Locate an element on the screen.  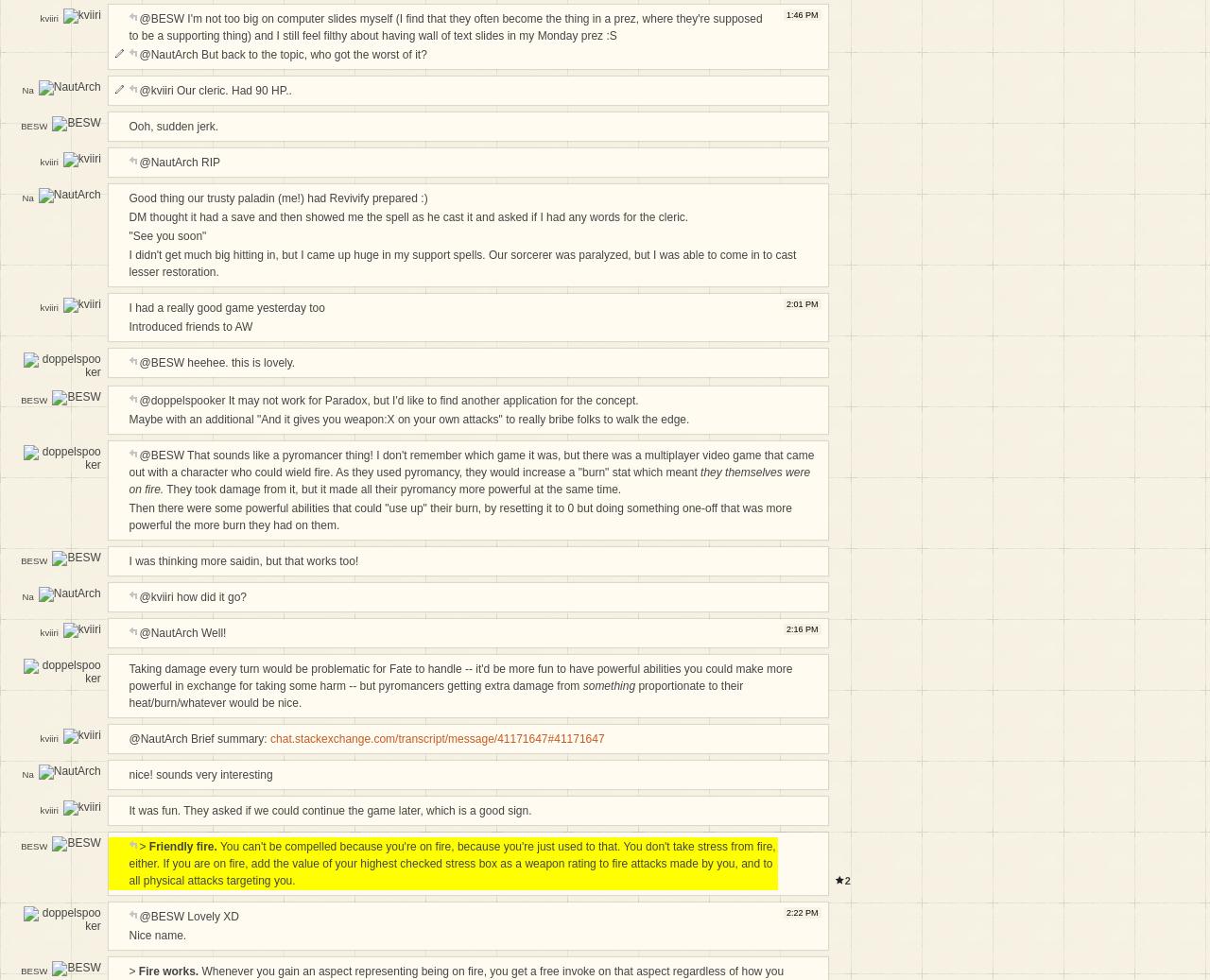
'they themselves were on fire.' is located at coordinates (469, 479).